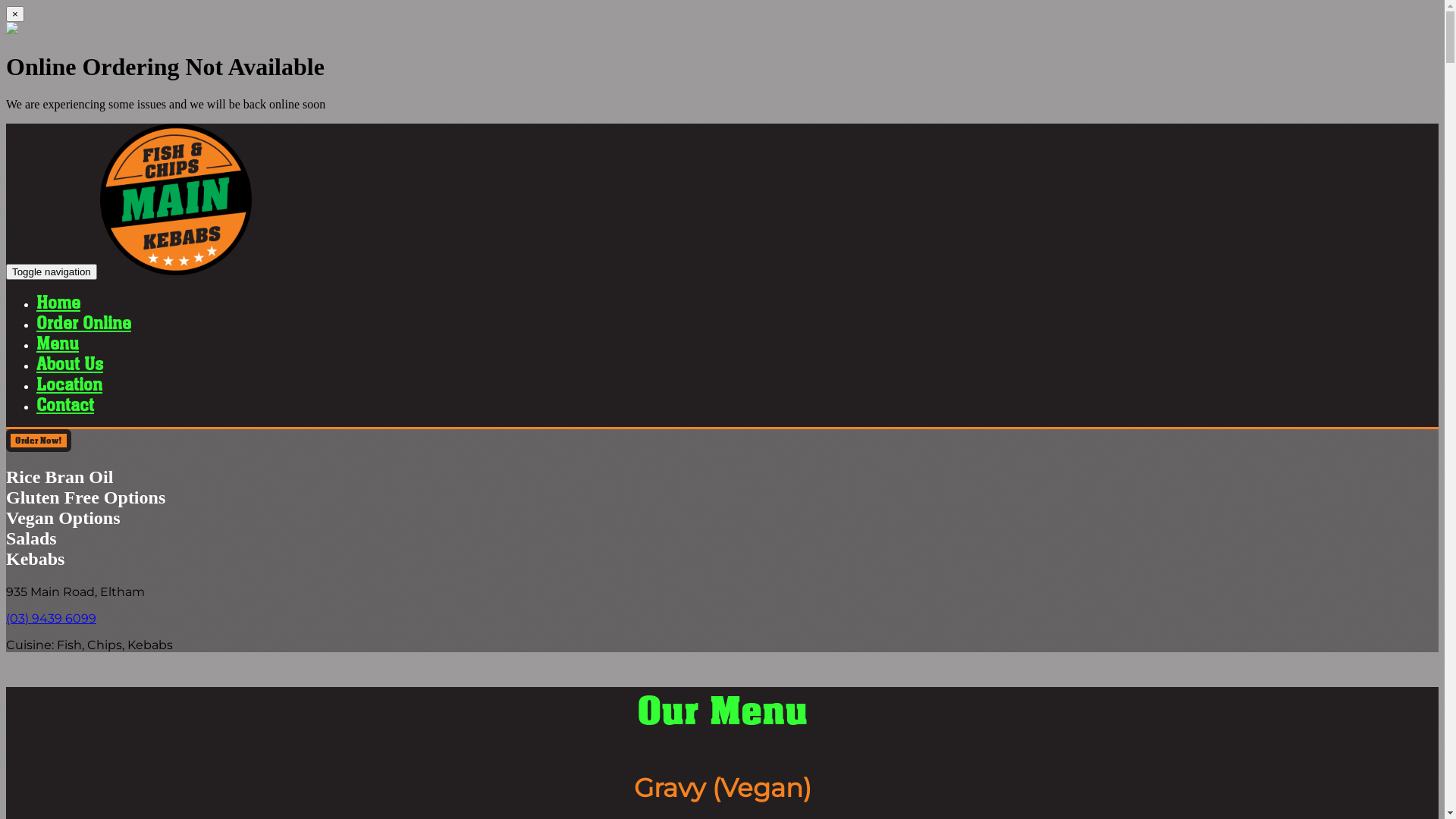  What do you see at coordinates (36, 302) in the screenshot?
I see `'Home'` at bounding box center [36, 302].